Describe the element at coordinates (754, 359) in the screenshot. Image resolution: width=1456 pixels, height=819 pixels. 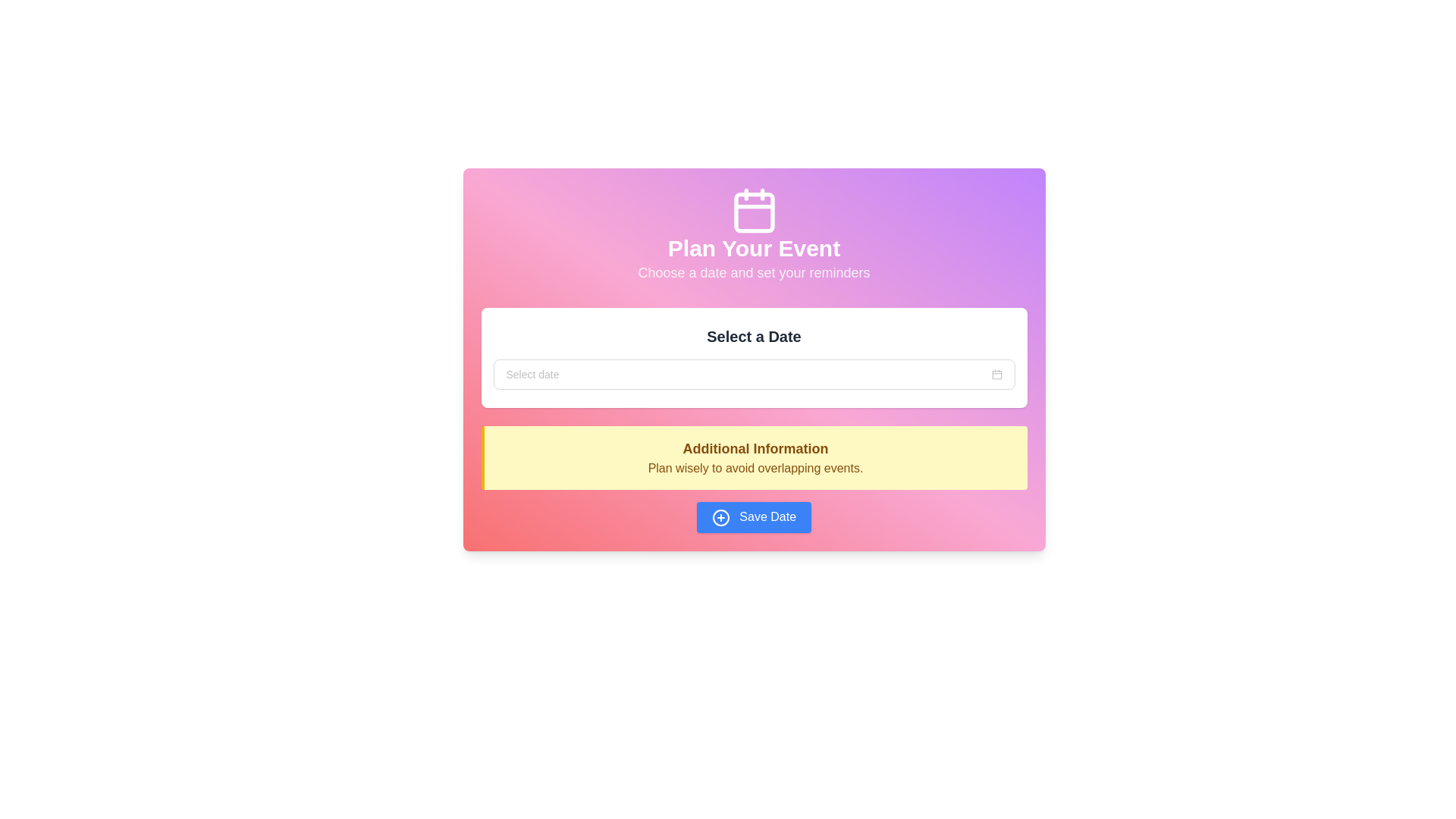
I see `the Interactive Panel that serves as a central hub for users to select a specific date for their event planning` at that location.